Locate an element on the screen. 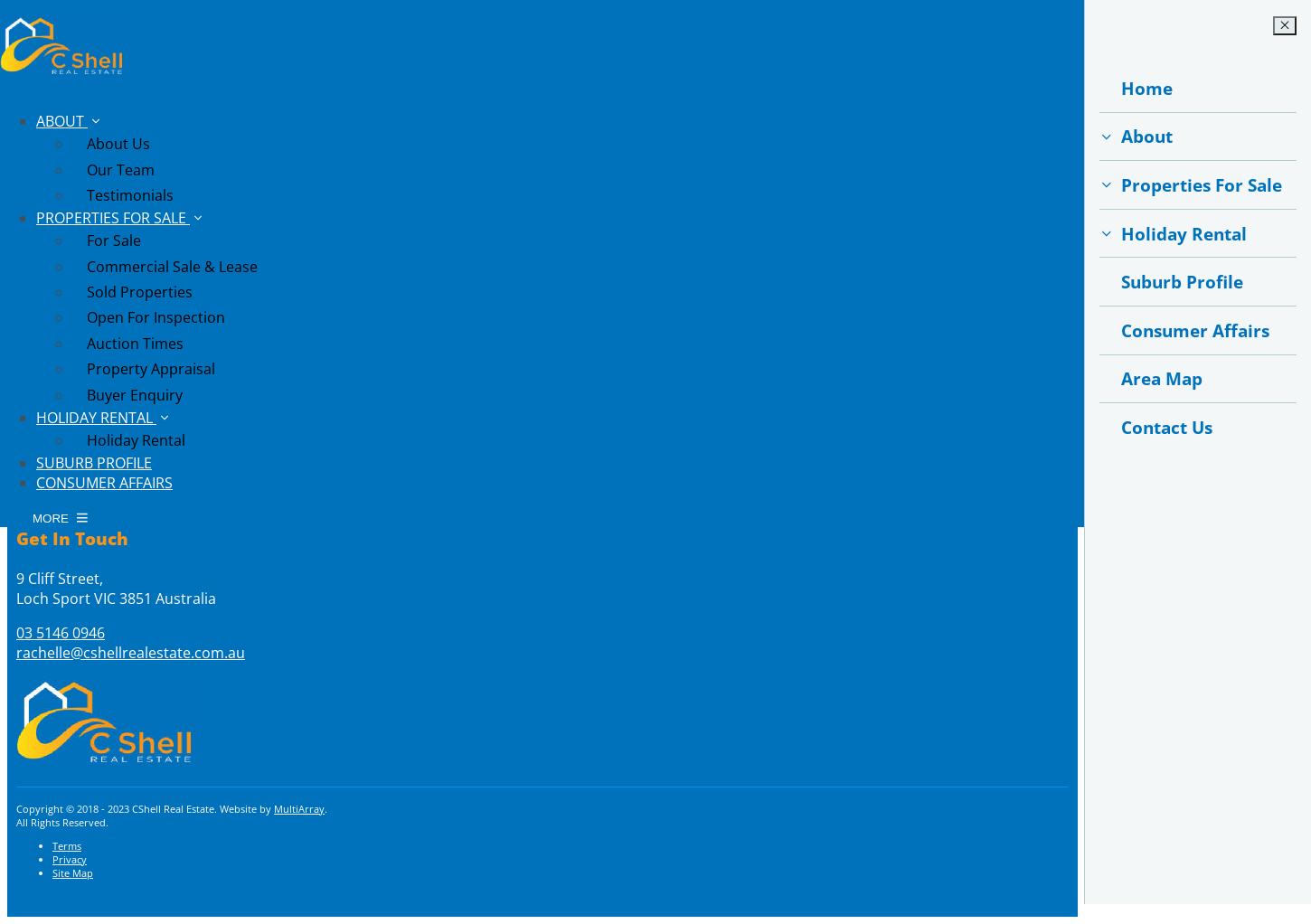 This screenshot has height=924, width=1311. 'Our Team' is located at coordinates (86, 169).